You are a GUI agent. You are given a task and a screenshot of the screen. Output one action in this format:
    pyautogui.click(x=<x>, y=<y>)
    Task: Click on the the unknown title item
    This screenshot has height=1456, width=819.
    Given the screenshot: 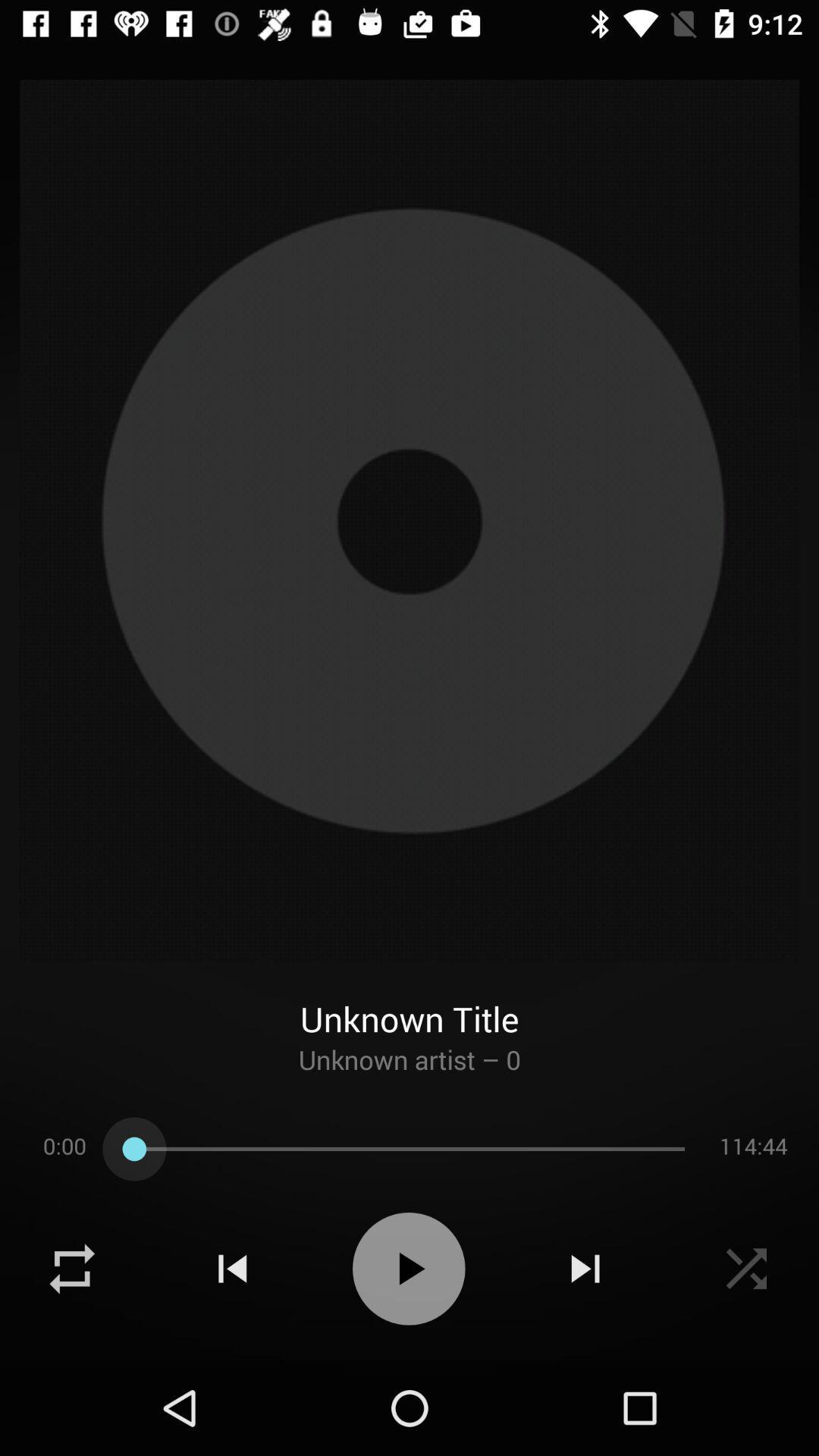 What is the action you would take?
    pyautogui.click(x=409, y=1002)
    